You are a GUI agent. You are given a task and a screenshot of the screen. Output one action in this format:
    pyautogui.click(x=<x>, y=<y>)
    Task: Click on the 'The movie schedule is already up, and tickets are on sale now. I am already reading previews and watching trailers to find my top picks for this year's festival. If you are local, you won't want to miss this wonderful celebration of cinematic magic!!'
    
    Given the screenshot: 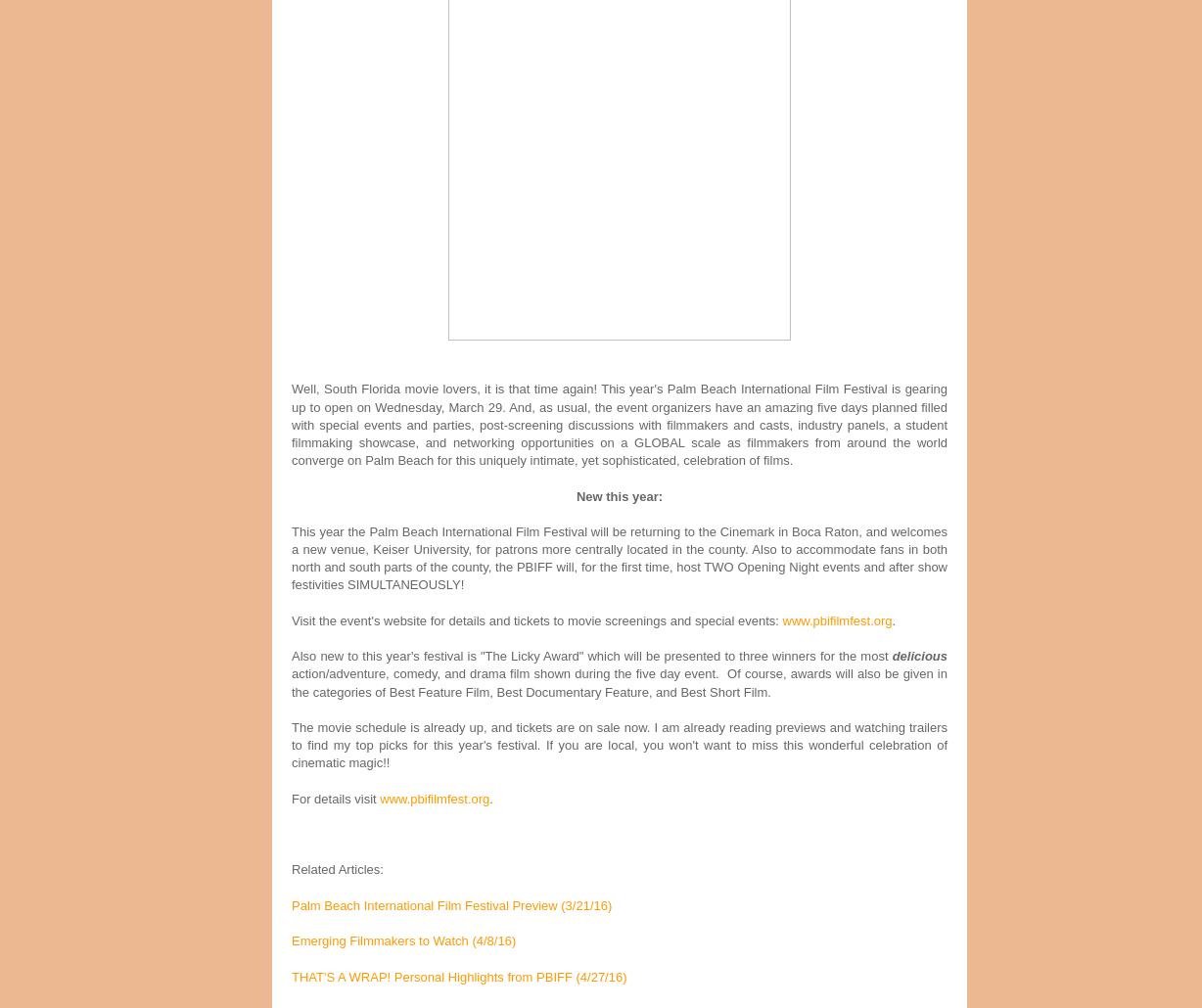 What is the action you would take?
    pyautogui.click(x=620, y=744)
    